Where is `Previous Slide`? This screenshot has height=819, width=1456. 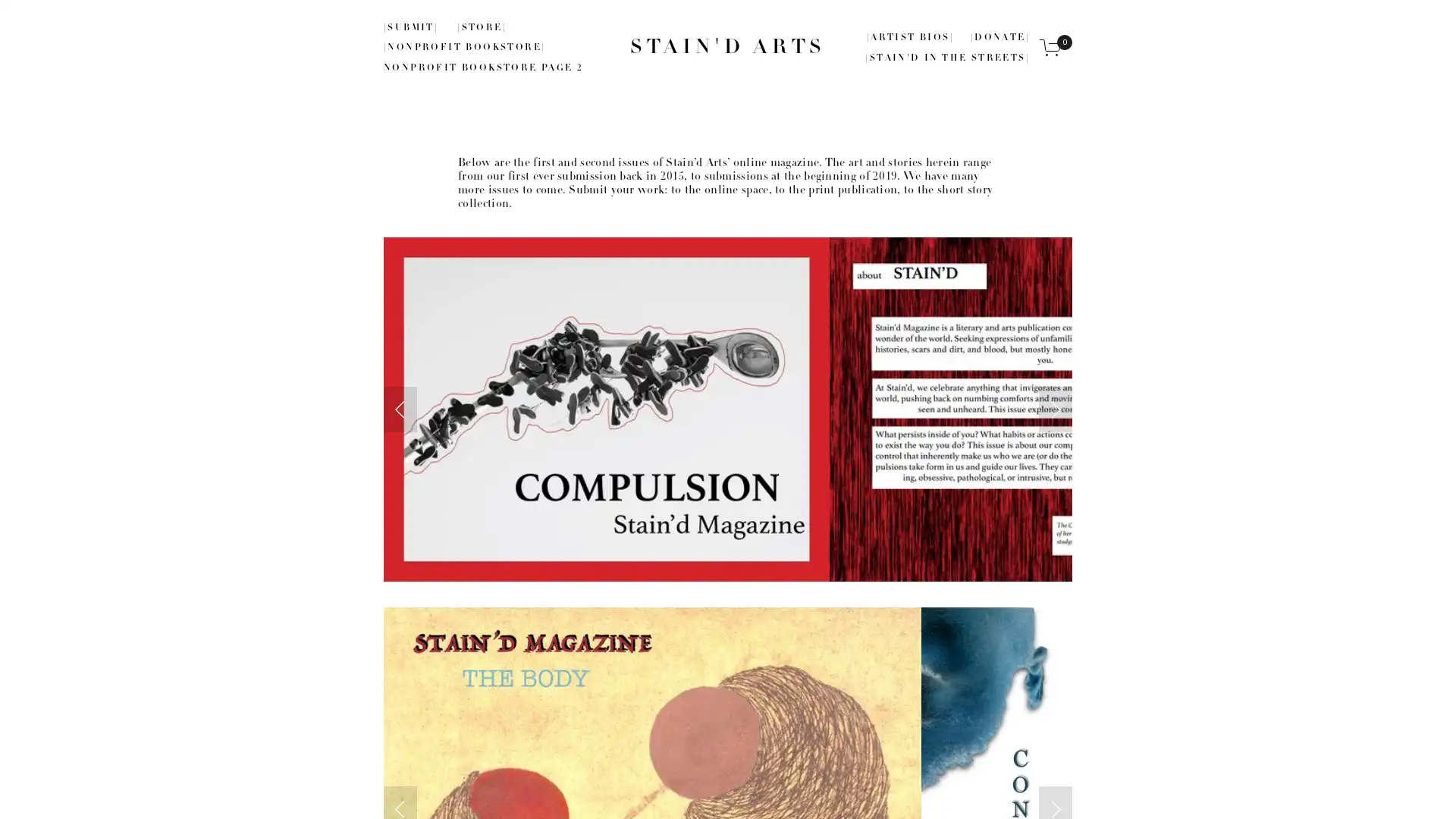 Previous Slide is located at coordinates (400, 408).